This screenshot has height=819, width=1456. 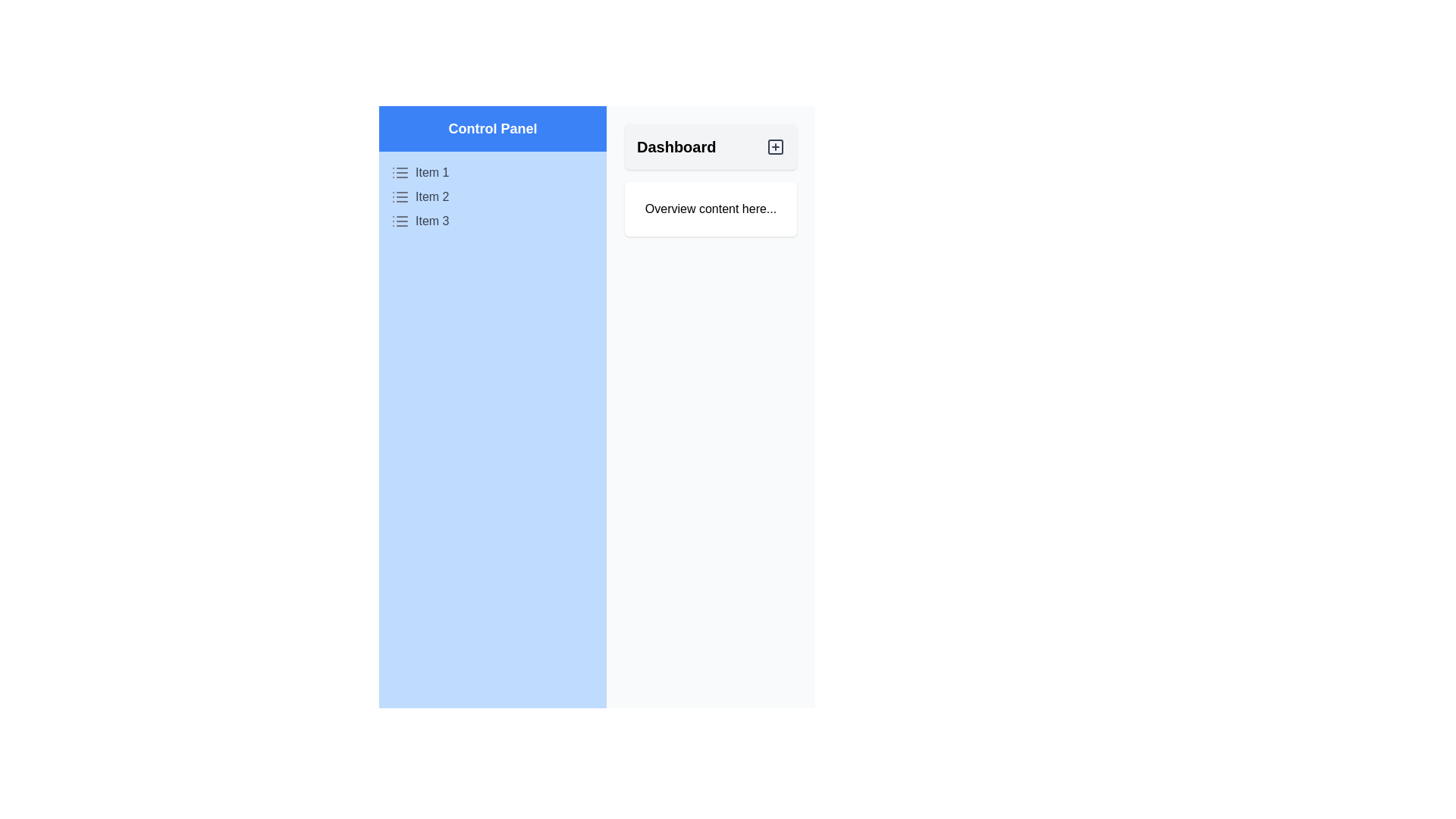 What do you see at coordinates (775, 146) in the screenshot?
I see `the Icon button (square with a plus sign) located to the right of the 'Dashboard' label to initiate the action` at bounding box center [775, 146].